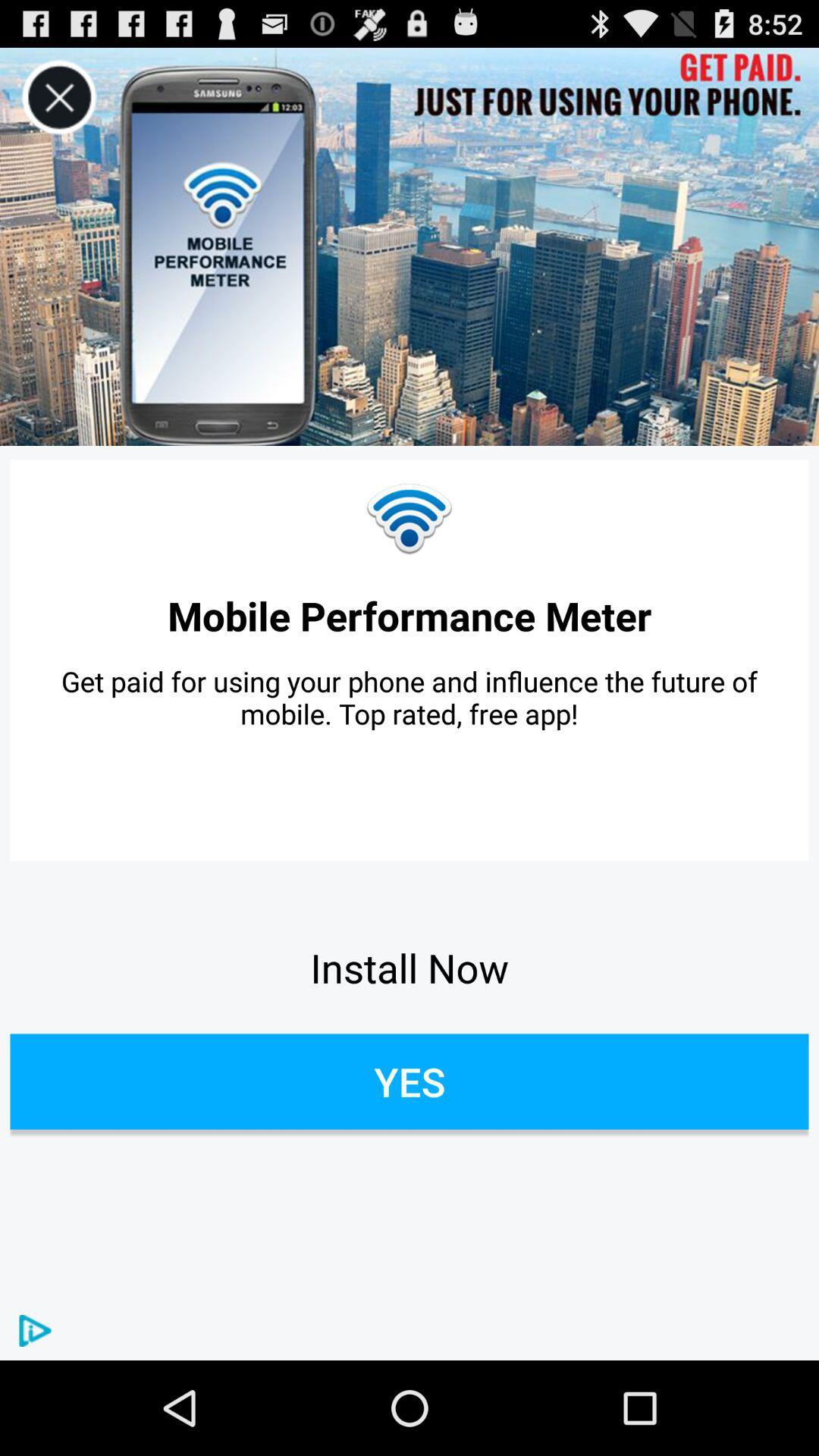 The image size is (819, 1456). Describe the element at coordinates (409, 615) in the screenshot. I see `mobile performance meter app` at that location.